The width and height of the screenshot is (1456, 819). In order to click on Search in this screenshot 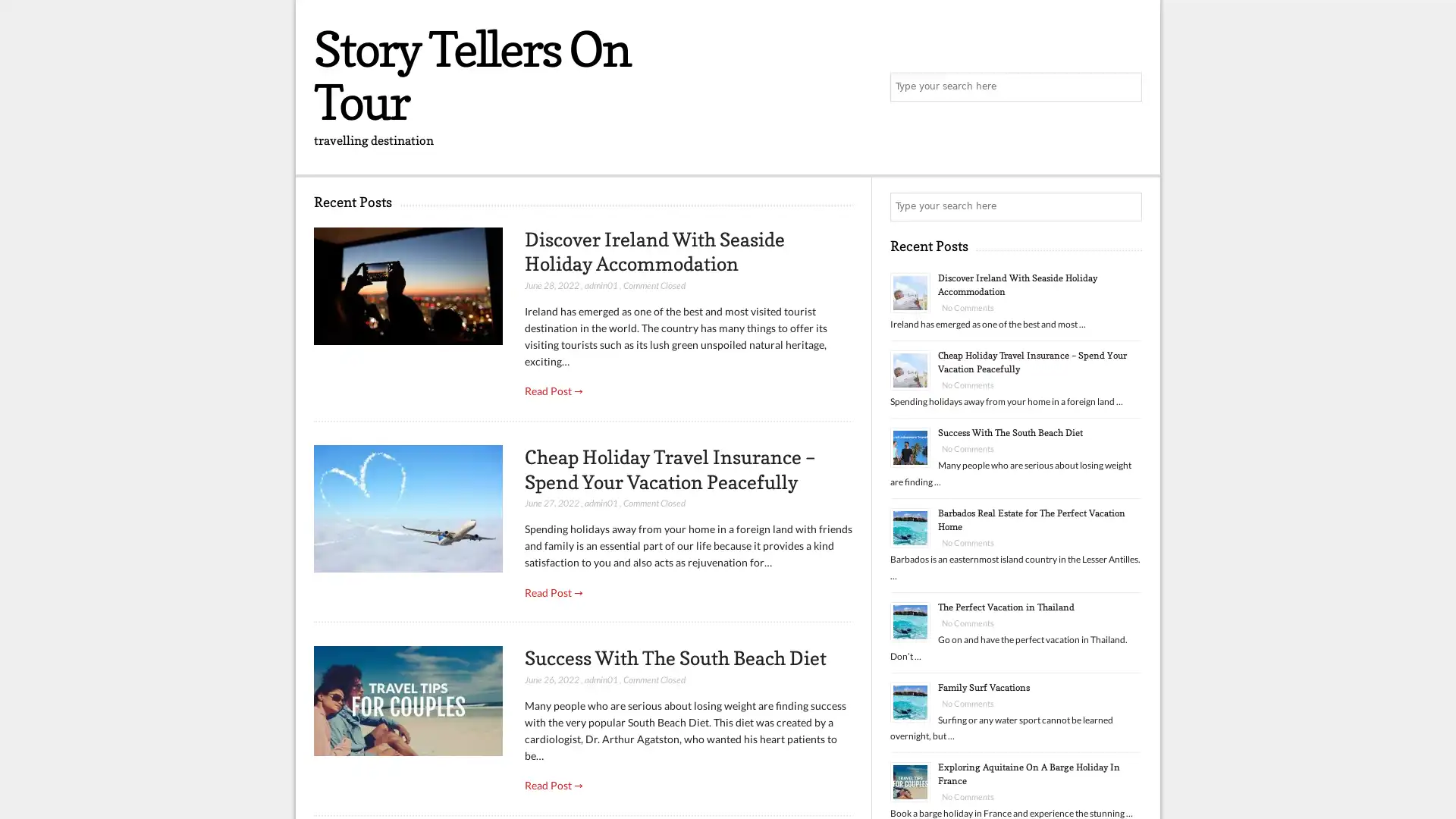, I will do `click(1126, 87)`.